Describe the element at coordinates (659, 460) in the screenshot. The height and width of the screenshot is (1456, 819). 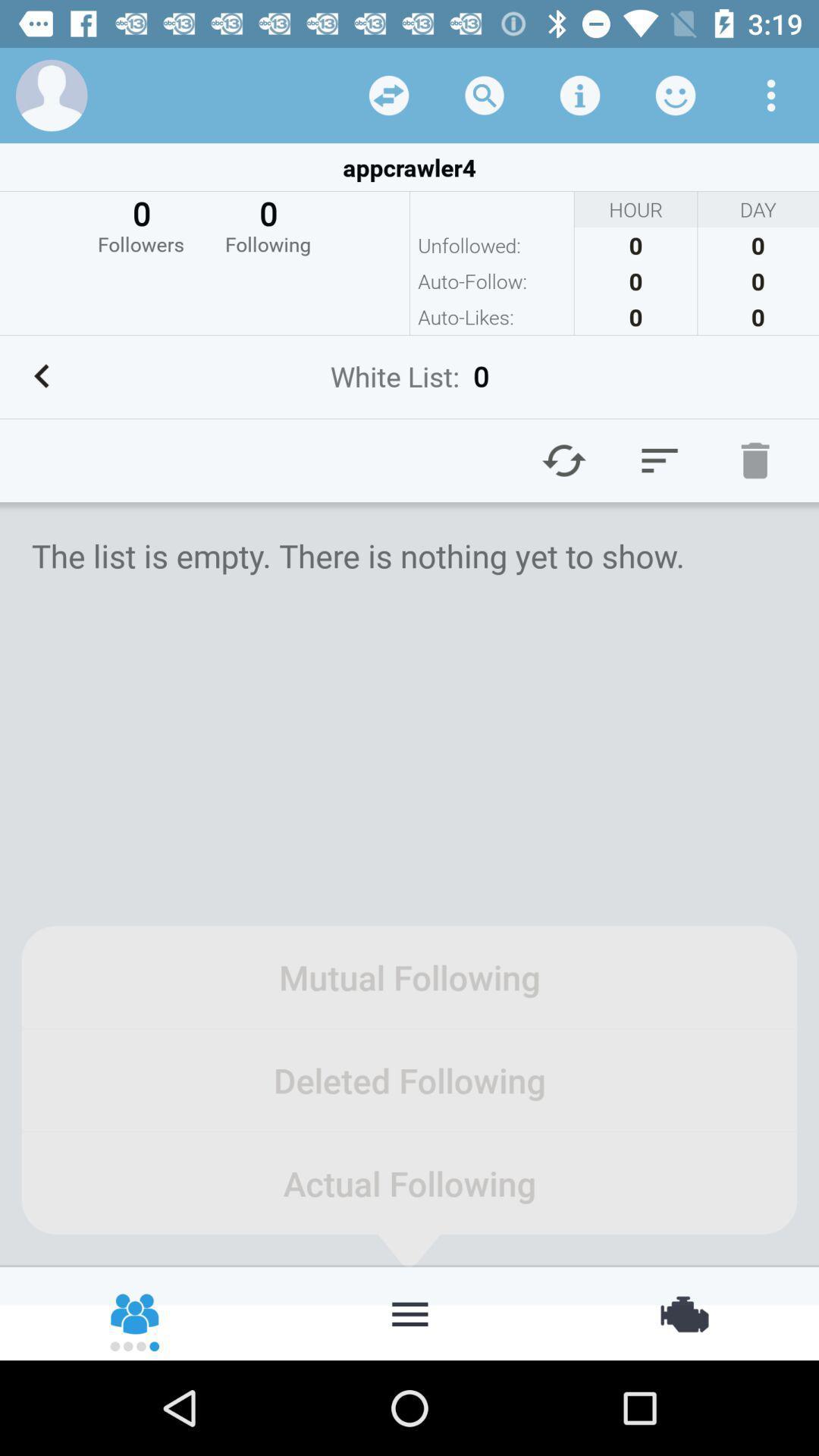
I see `sort list` at that location.